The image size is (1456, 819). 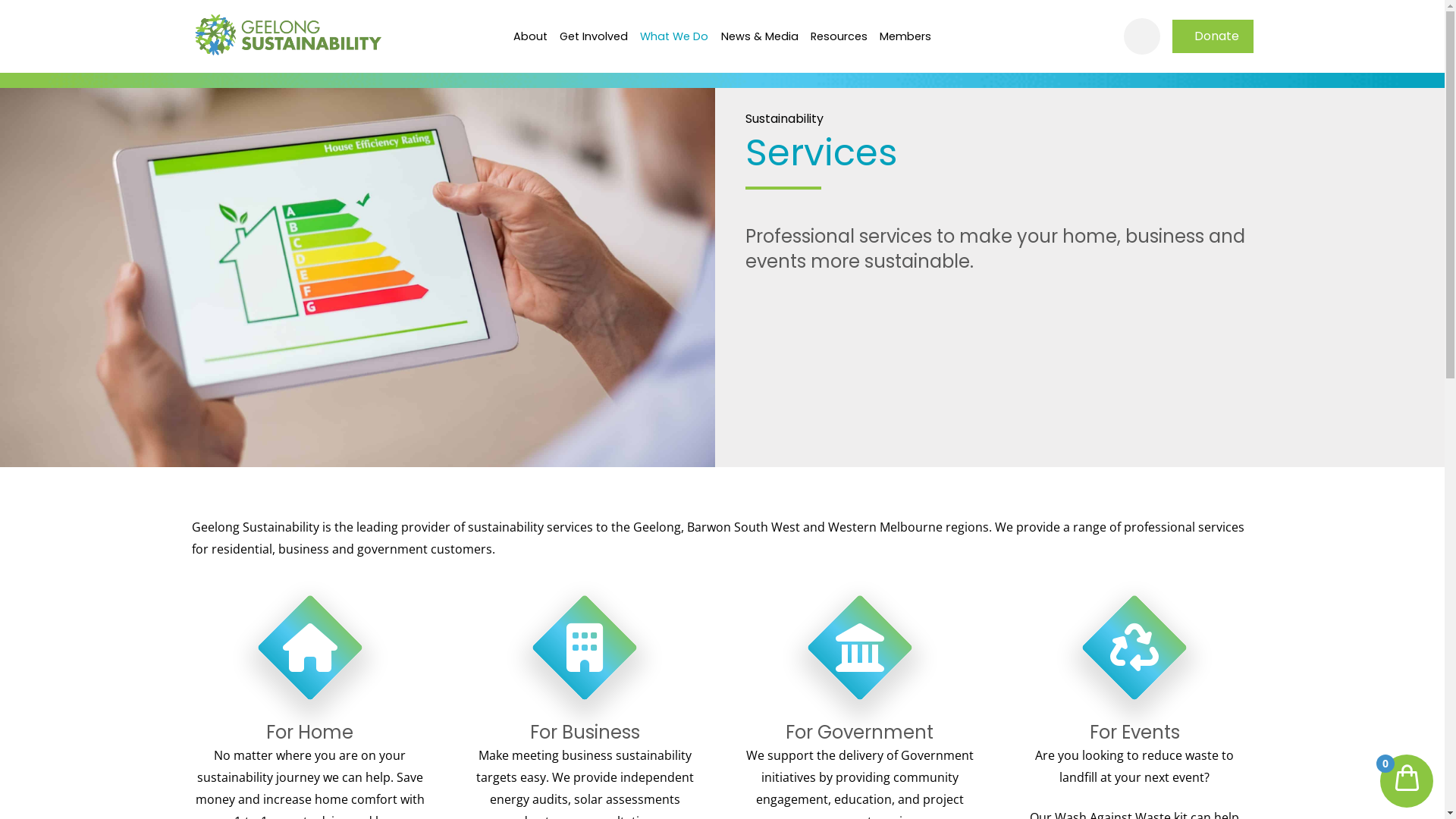 What do you see at coordinates (905, 35) in the screenshot?
I see `'Members'` at bounding box center [905, 35].